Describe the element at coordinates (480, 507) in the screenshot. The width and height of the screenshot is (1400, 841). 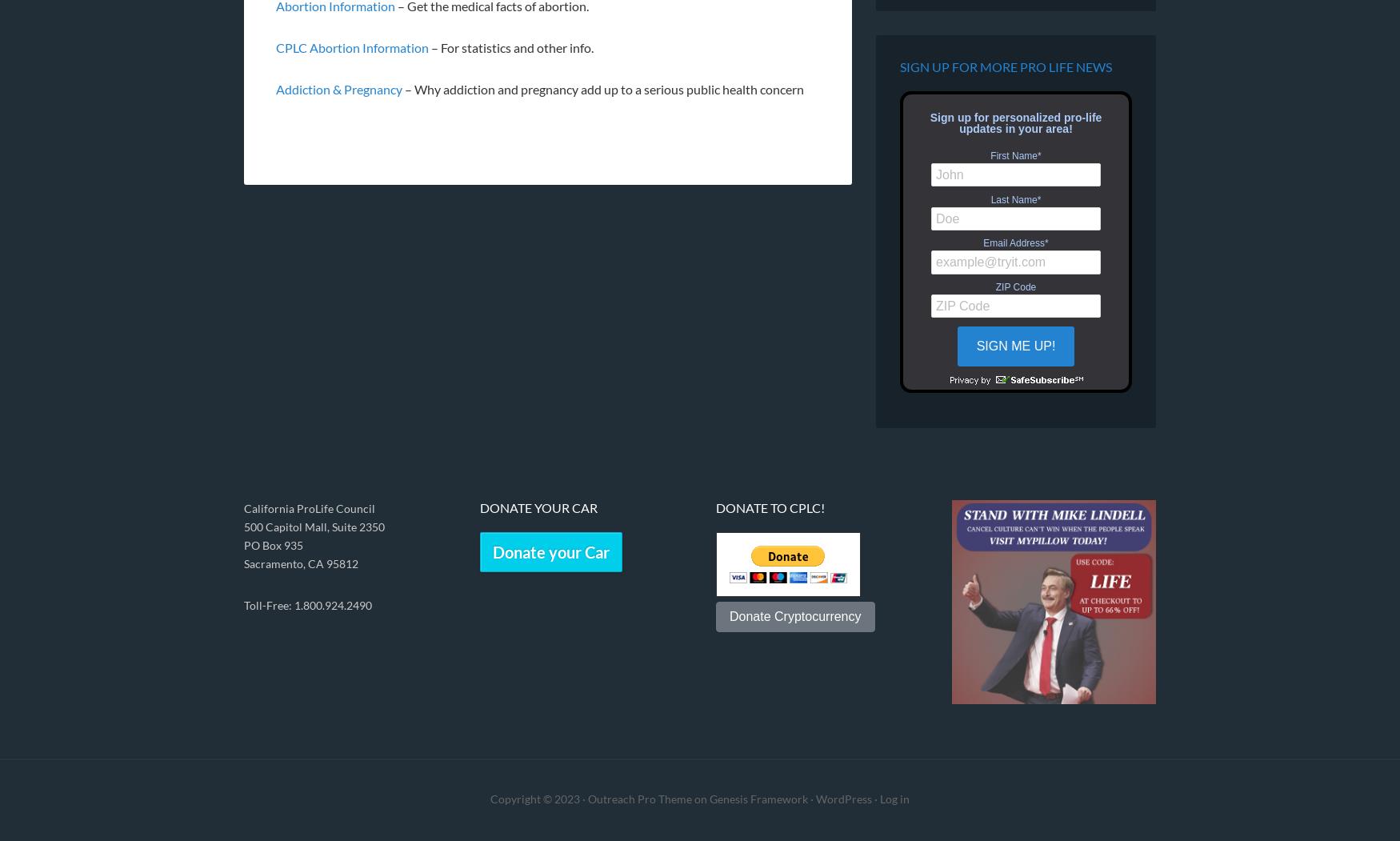
I see `'Donate Your Car'` at that location.